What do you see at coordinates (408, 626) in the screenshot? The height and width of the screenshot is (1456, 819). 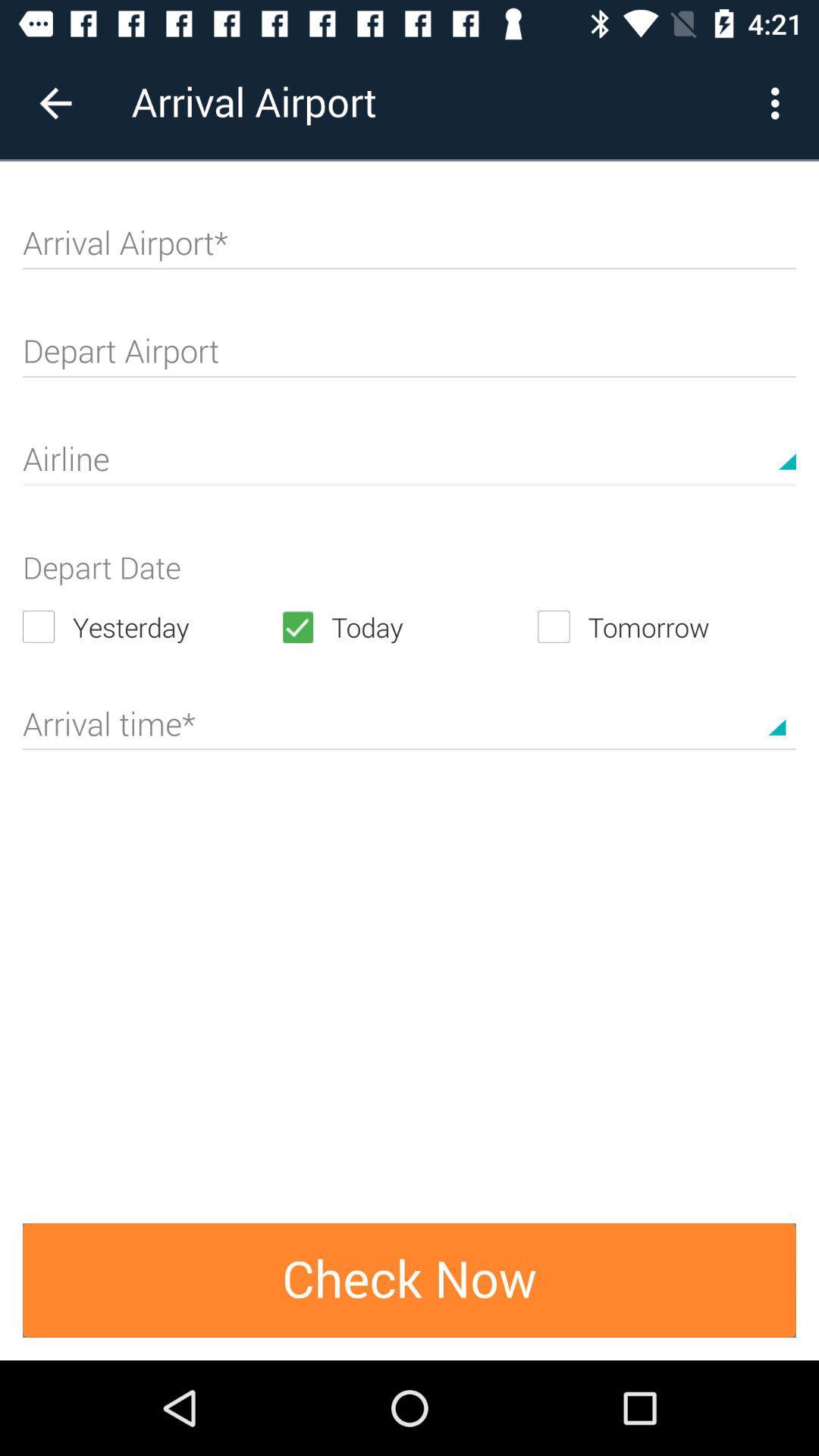 I see `today icon` at bounding box center [408, 626].